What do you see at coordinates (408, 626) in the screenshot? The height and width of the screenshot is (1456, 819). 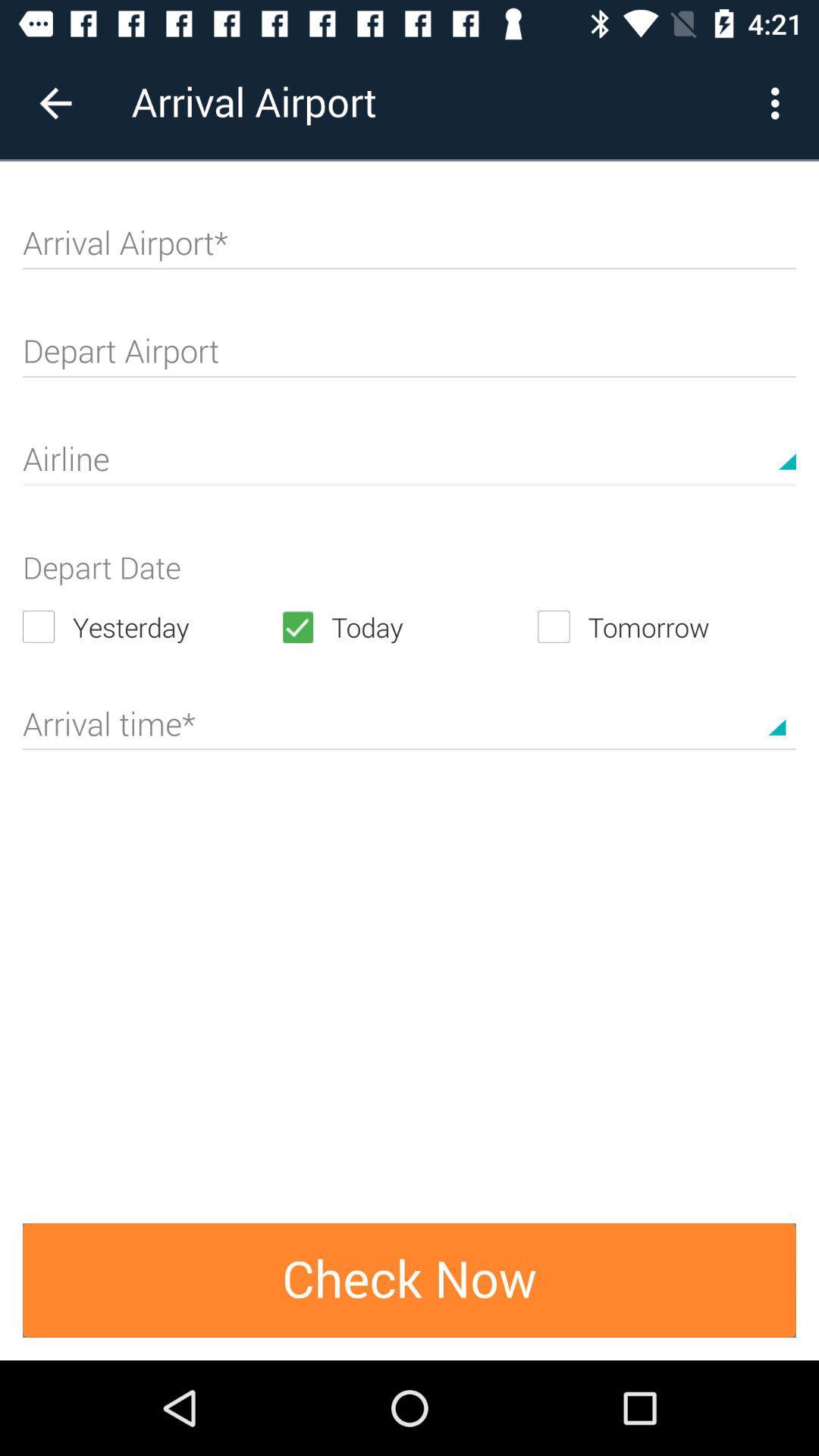 I see `today icon` at bounding box center [408, 626].